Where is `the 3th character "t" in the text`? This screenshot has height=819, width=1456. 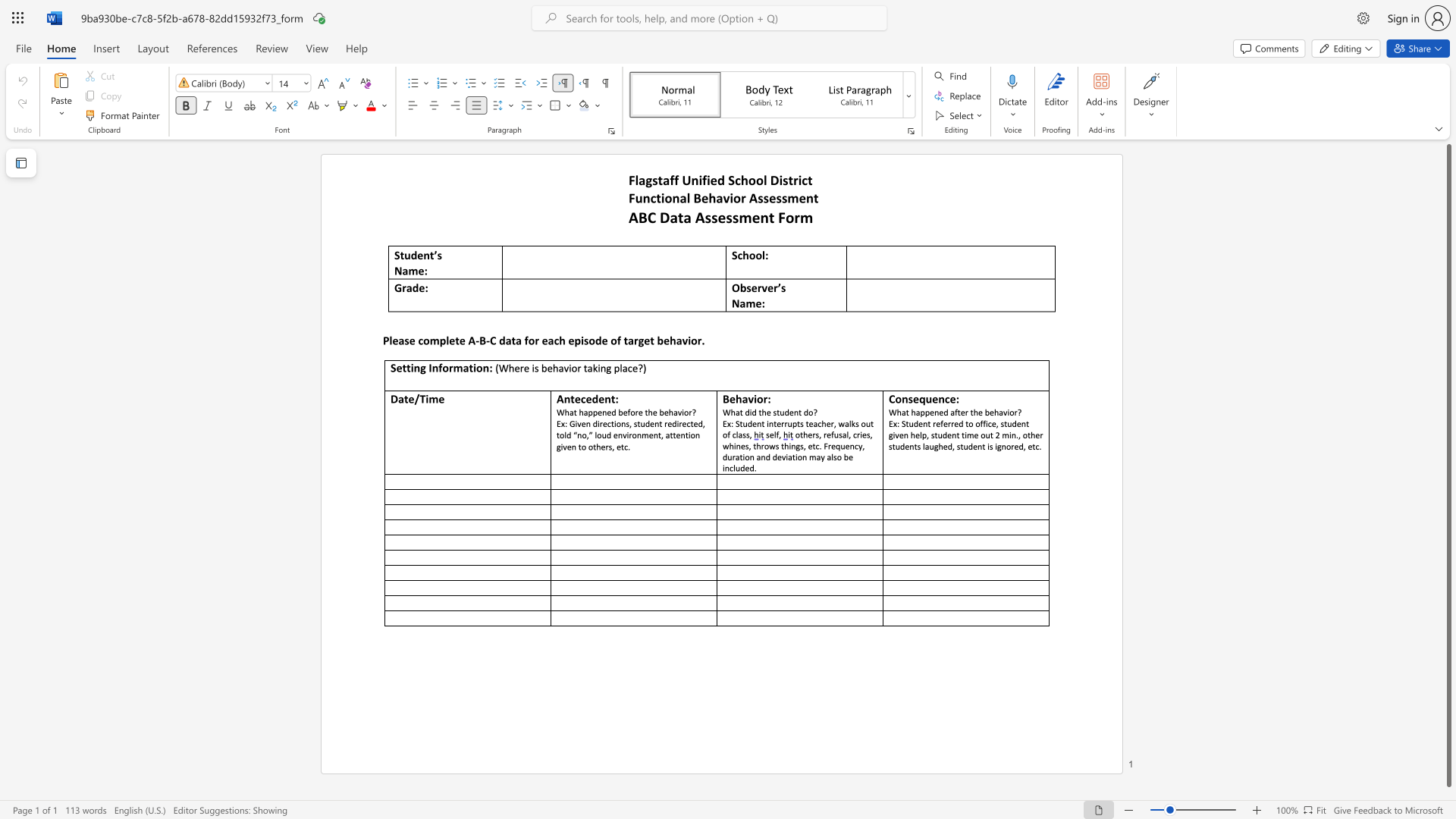 the 3th character "t" in the text is located at coordinates (809, 179).